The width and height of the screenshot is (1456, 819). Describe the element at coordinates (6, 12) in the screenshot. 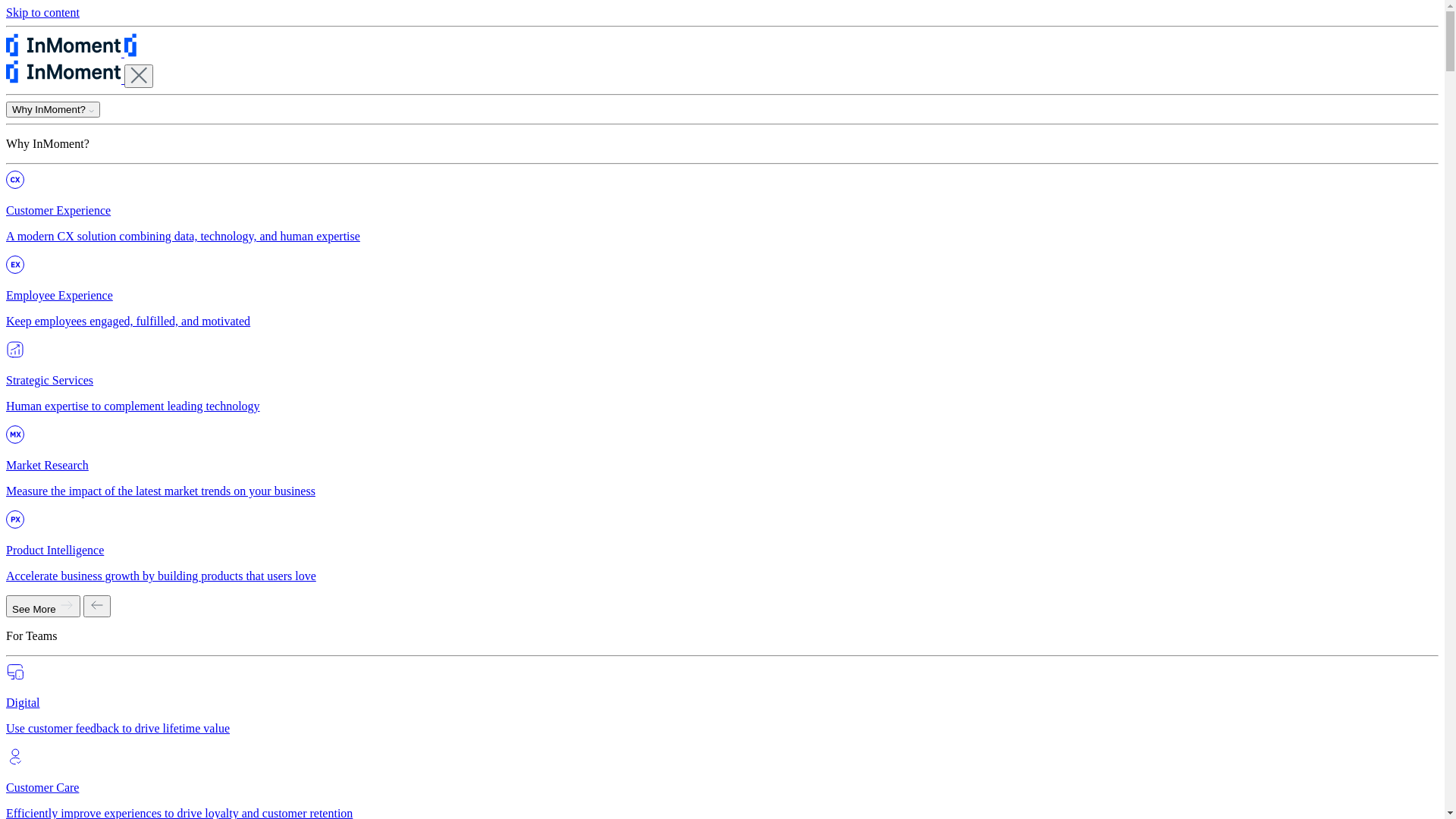

I see `'Skip to content'` at that location.